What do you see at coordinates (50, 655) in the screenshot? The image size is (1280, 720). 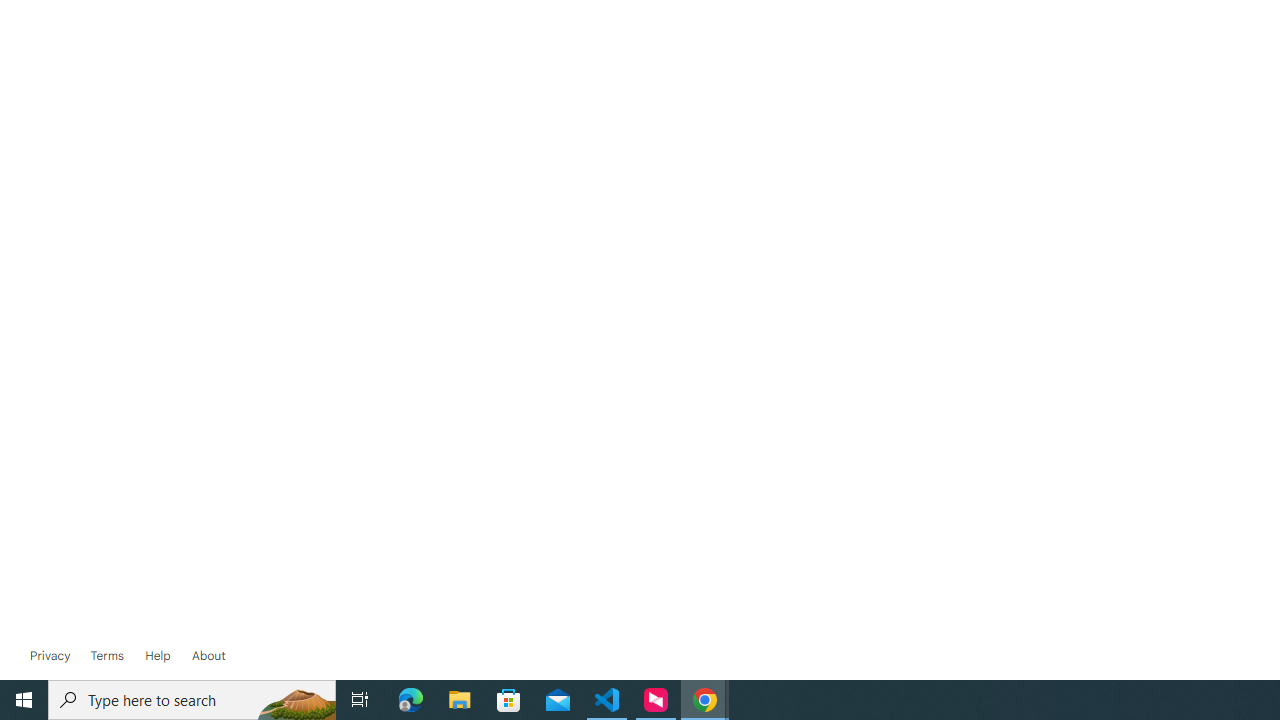 I see `'Privacy'` at bounding box center [50, 655].